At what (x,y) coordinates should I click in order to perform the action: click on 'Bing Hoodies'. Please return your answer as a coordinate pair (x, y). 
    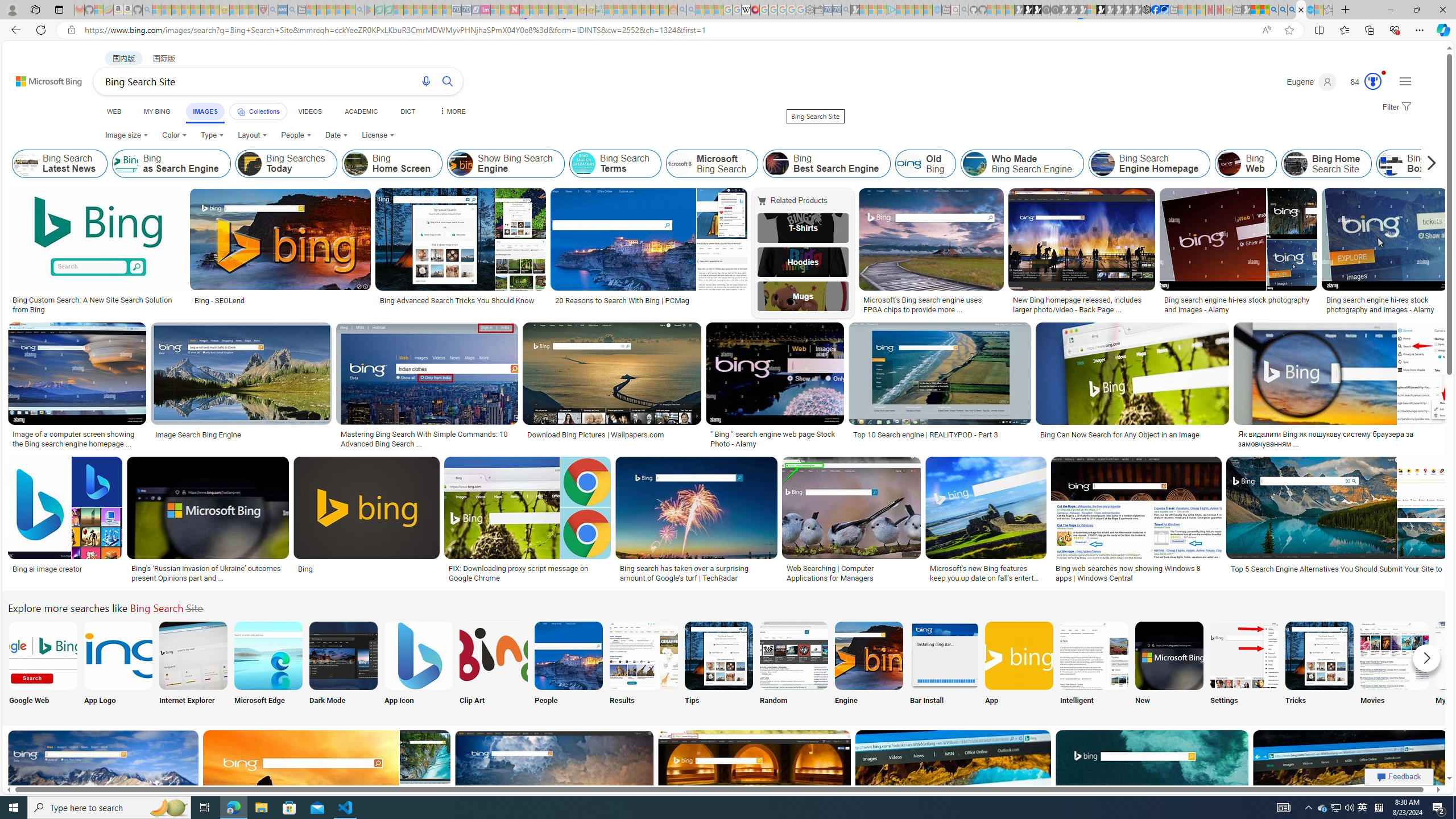
    Looking at the image, I should click on (802, 261).